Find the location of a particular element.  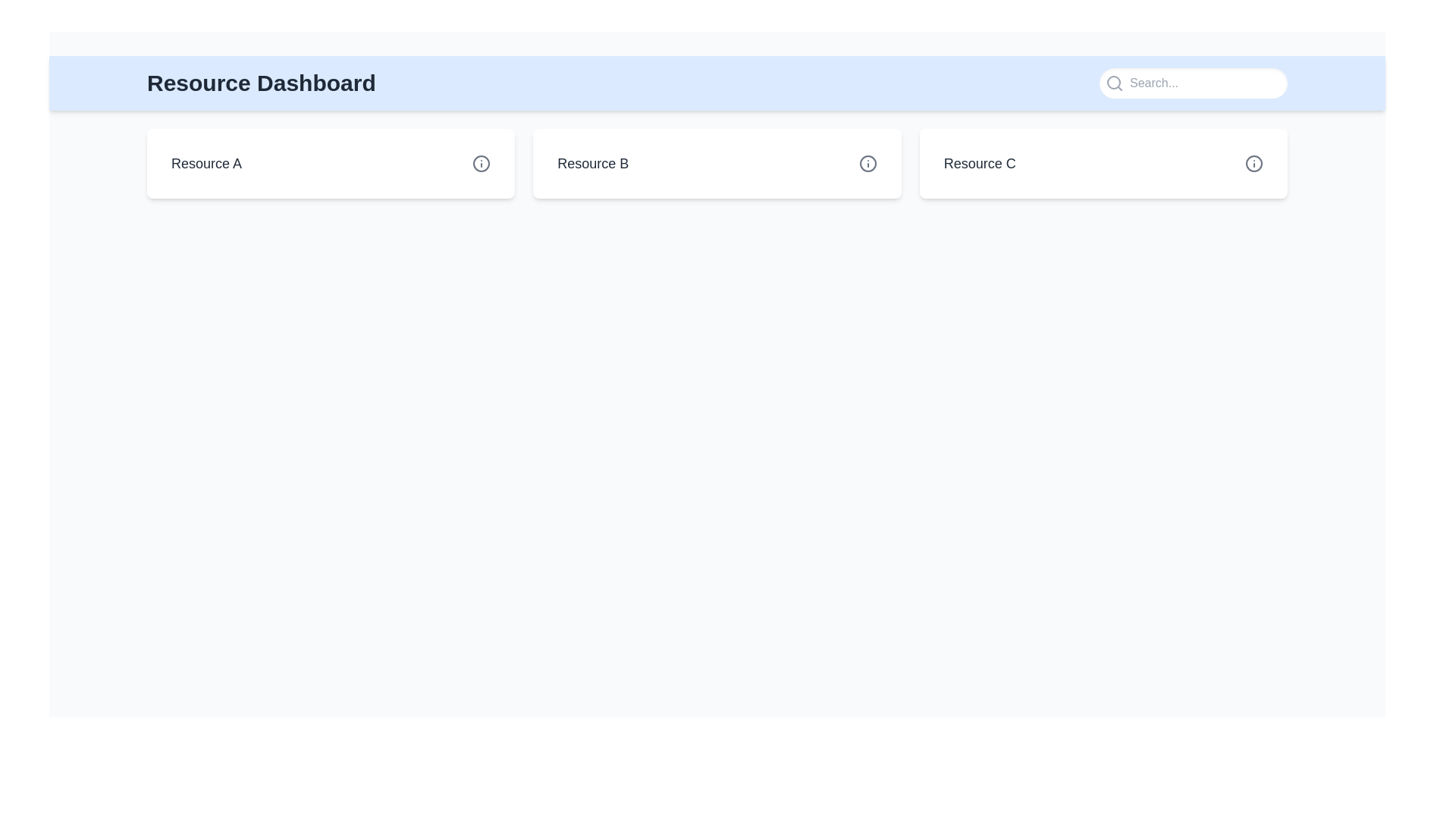

the SVG circle element that represents the circular part of the search icon located near the top-right corner of the interface, slightly to the left of a text input field is located at coordinates (1113, 82).